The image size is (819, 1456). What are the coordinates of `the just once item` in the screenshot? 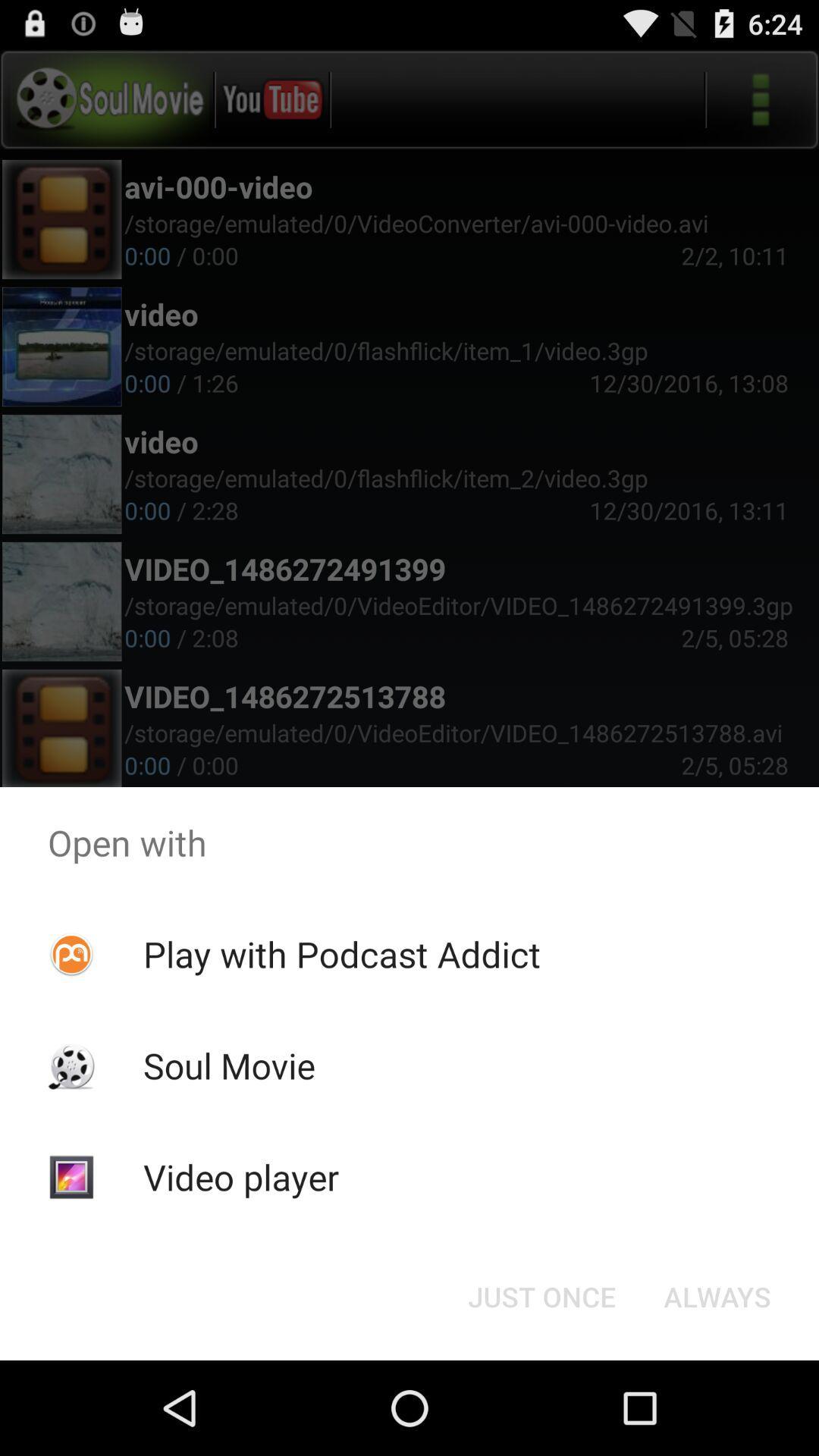 It's located at (541, 1295).